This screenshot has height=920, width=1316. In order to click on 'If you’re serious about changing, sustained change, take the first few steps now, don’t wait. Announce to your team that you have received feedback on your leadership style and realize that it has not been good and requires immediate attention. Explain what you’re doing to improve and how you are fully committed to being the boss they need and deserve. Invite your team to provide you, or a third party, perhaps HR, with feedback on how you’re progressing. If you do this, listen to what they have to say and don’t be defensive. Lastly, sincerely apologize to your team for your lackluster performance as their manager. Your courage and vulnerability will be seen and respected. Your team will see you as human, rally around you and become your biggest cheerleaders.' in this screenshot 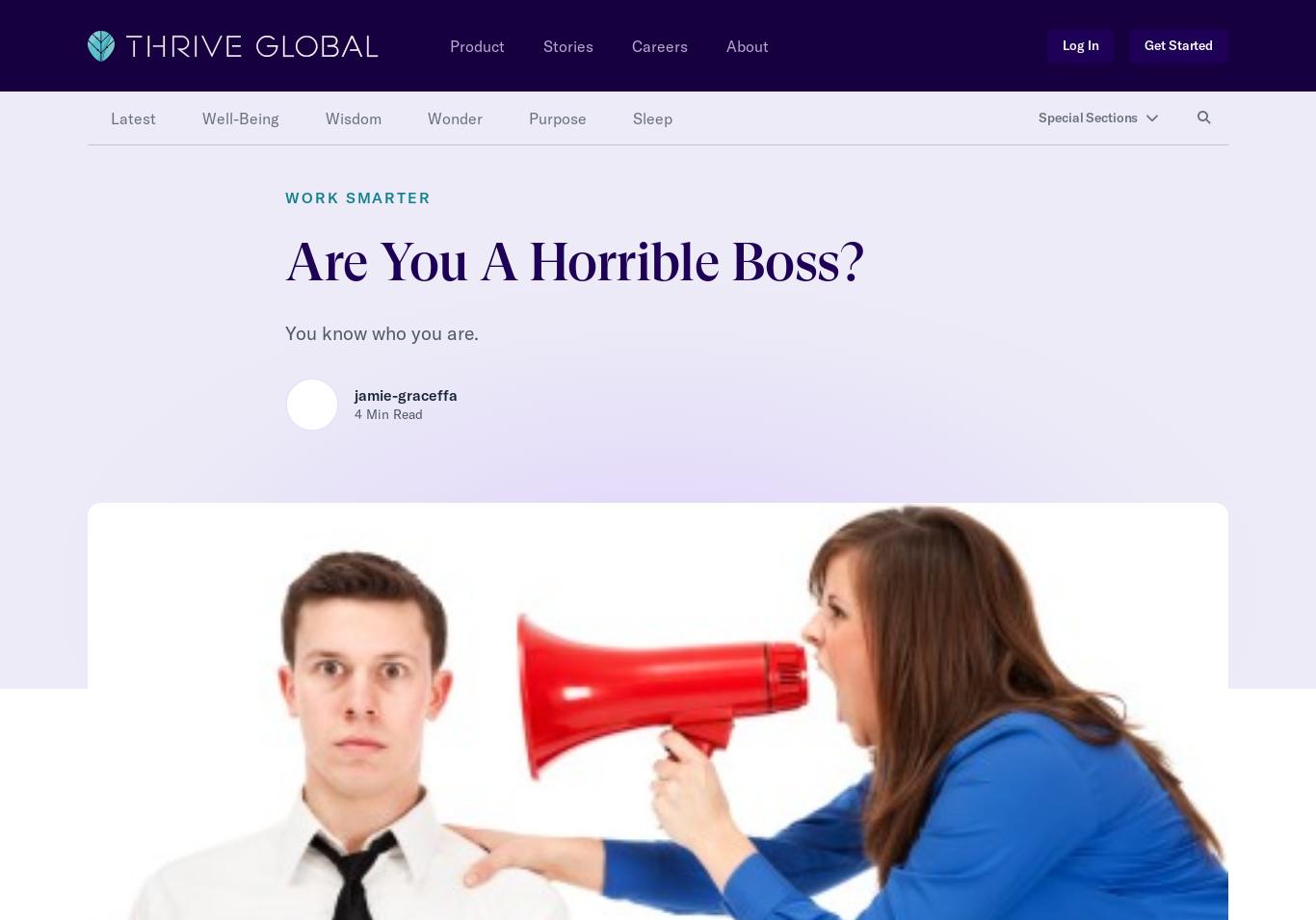, I will do `click(652, 639)`.